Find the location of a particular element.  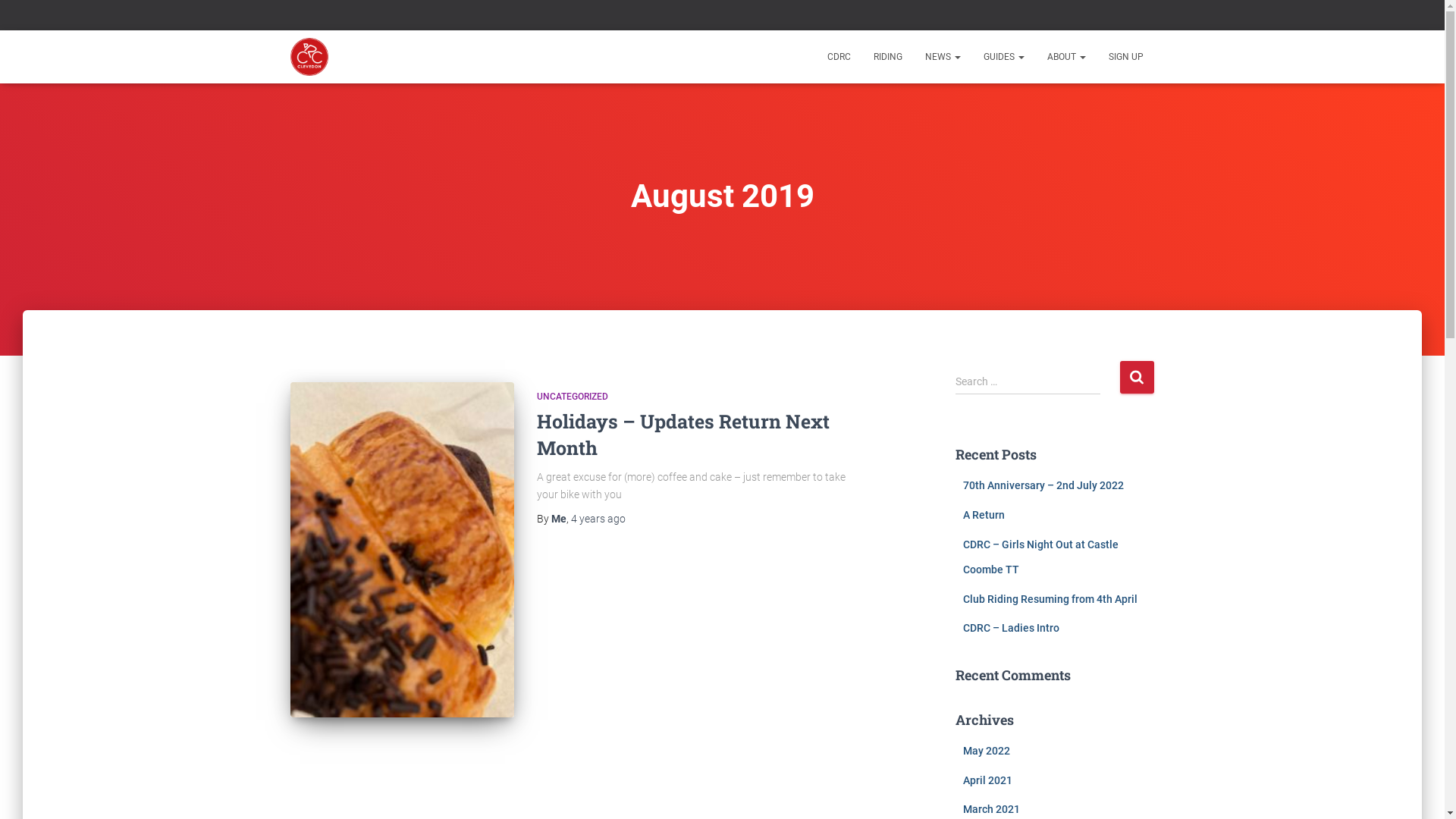

'A Return' is located at coordinates (984, 513).